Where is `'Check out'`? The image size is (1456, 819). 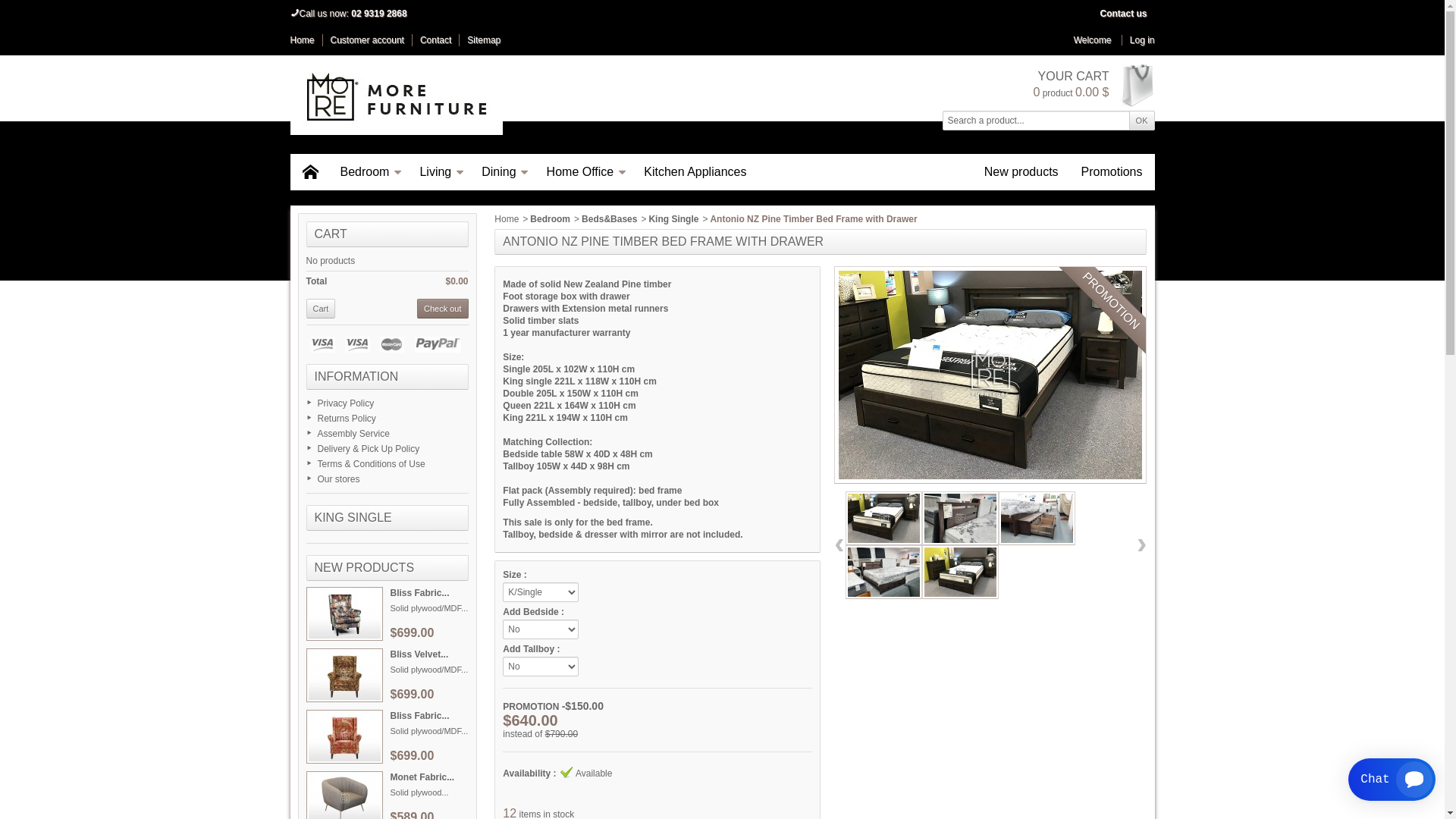
'Check out' is located at coordinates (417, 308).